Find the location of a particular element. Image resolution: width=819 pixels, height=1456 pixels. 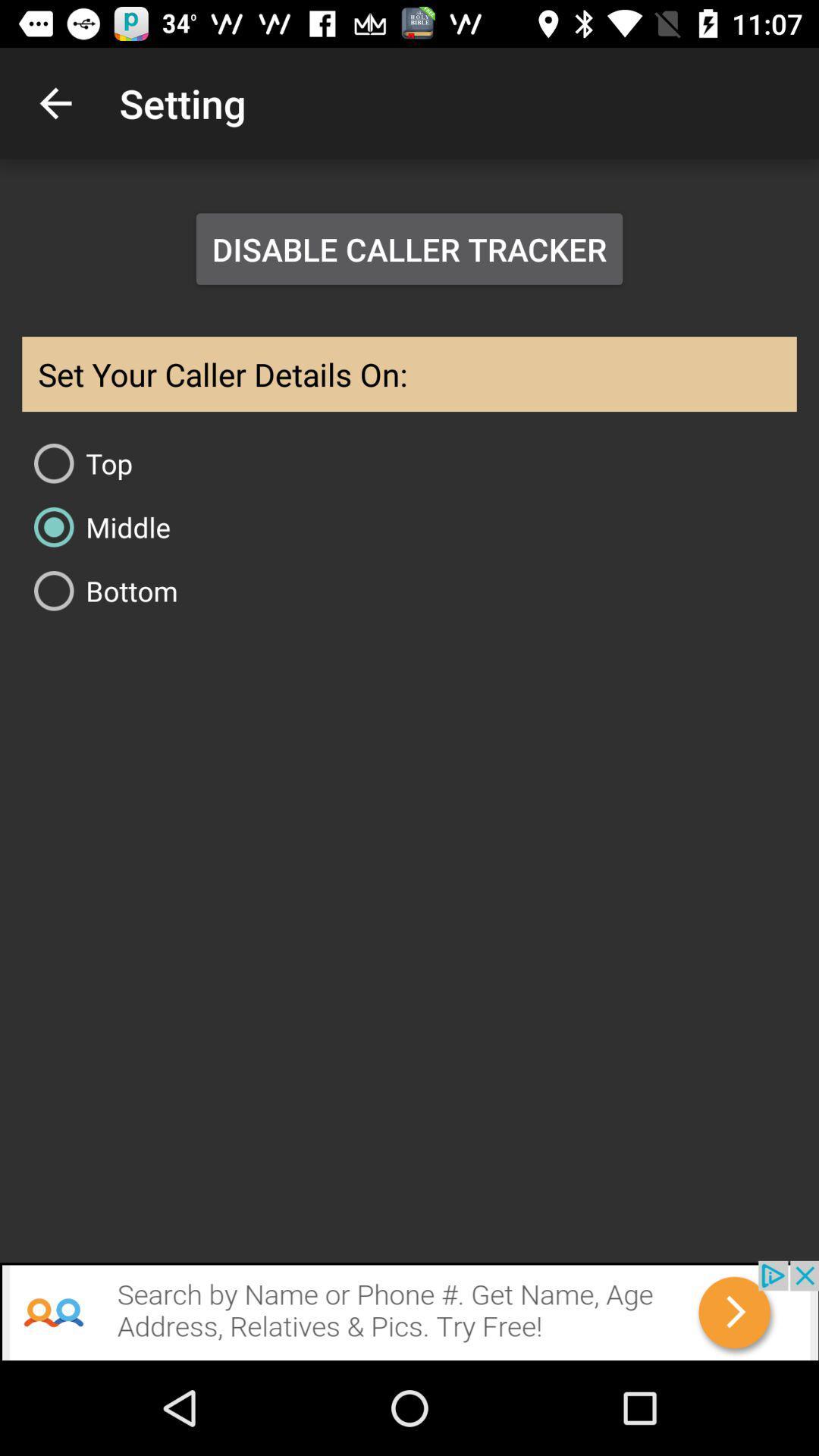

search by name or phone get name age address relatives pics try free is located at coordinates (409, 1310).